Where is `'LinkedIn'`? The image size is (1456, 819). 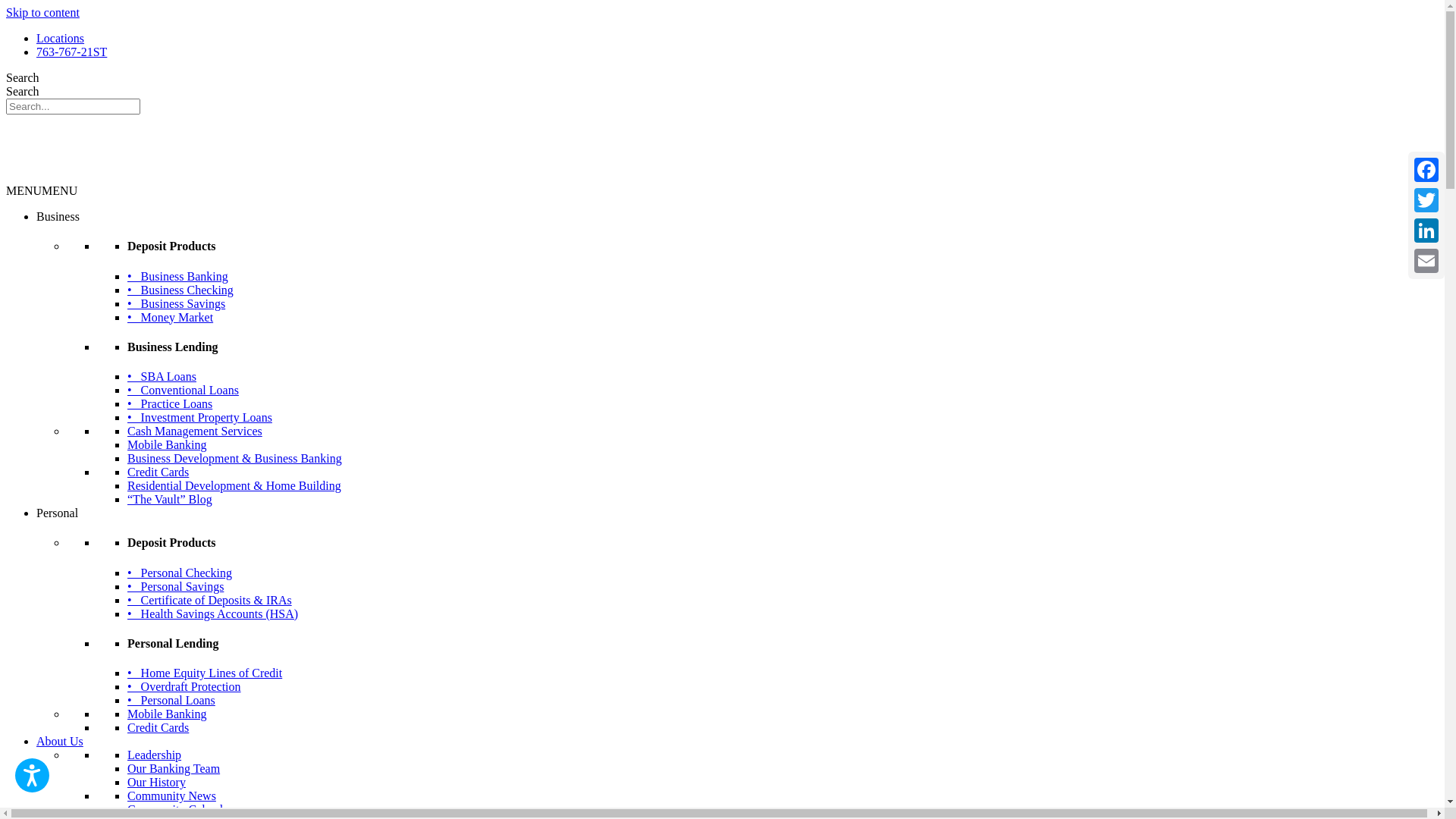
'LinkedIn' is located at coordinates (1426, 231).